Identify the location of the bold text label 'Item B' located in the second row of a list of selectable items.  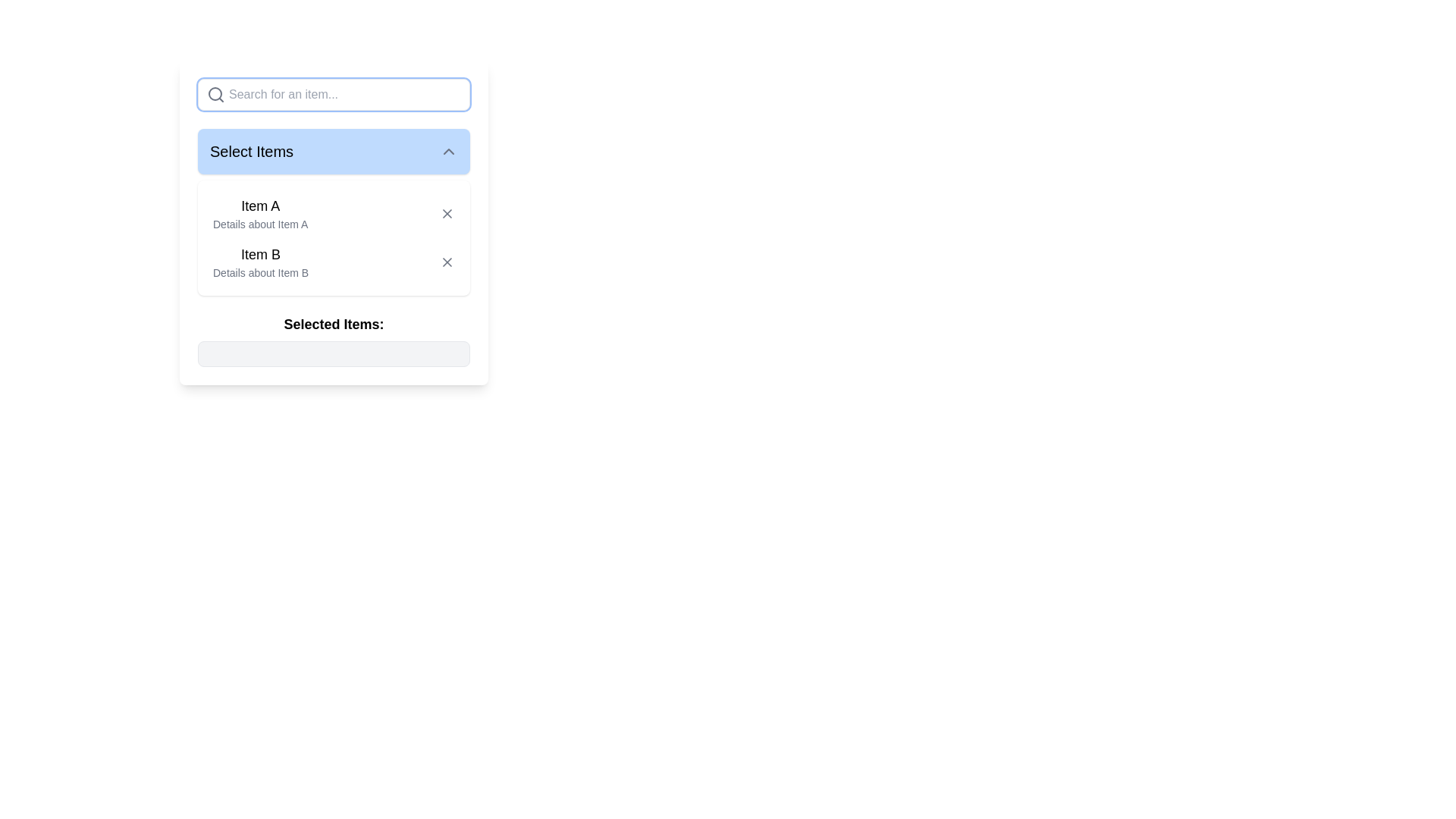
(261, 253).